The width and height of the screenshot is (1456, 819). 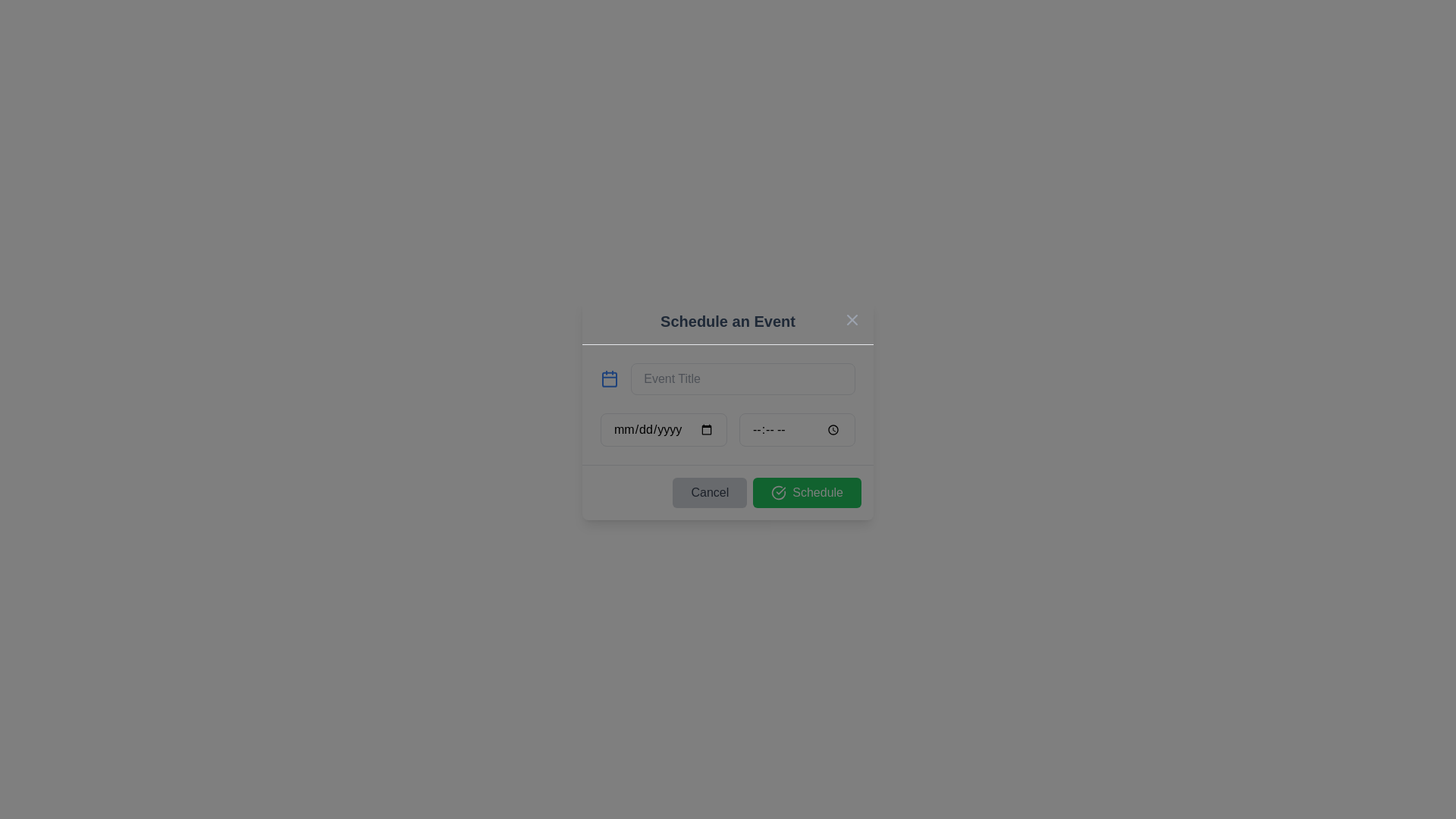 What do you see at coordinates (709, 493) in the screenshot?
I see `the 'Cancel' button, which is a light-gray rectangular button with dark-gray text, located towards the lower-right side of the modal interface` at bounding box center [709, 493].